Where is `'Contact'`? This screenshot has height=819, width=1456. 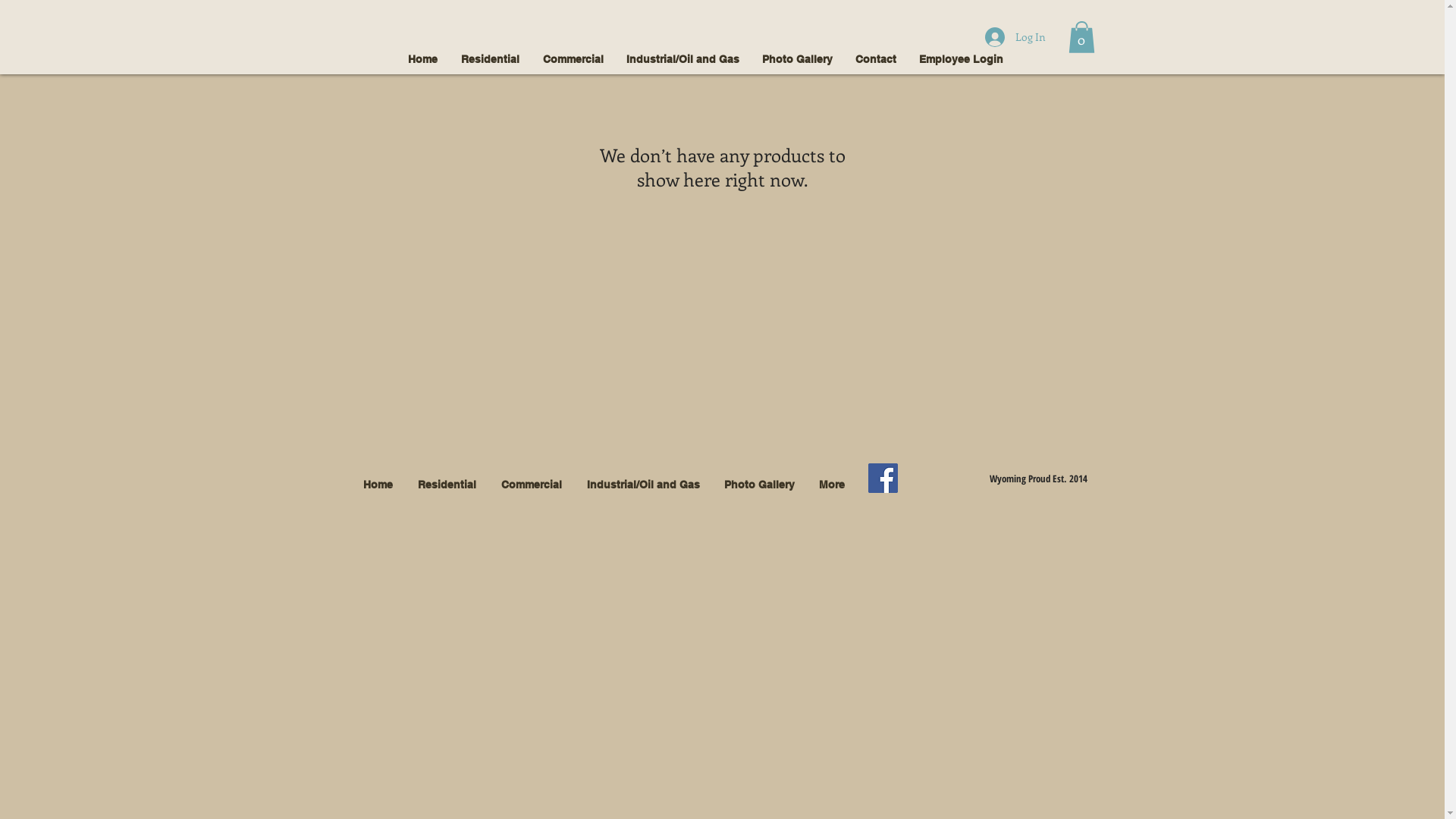 'Contact' is located at coordinates (874, 58).